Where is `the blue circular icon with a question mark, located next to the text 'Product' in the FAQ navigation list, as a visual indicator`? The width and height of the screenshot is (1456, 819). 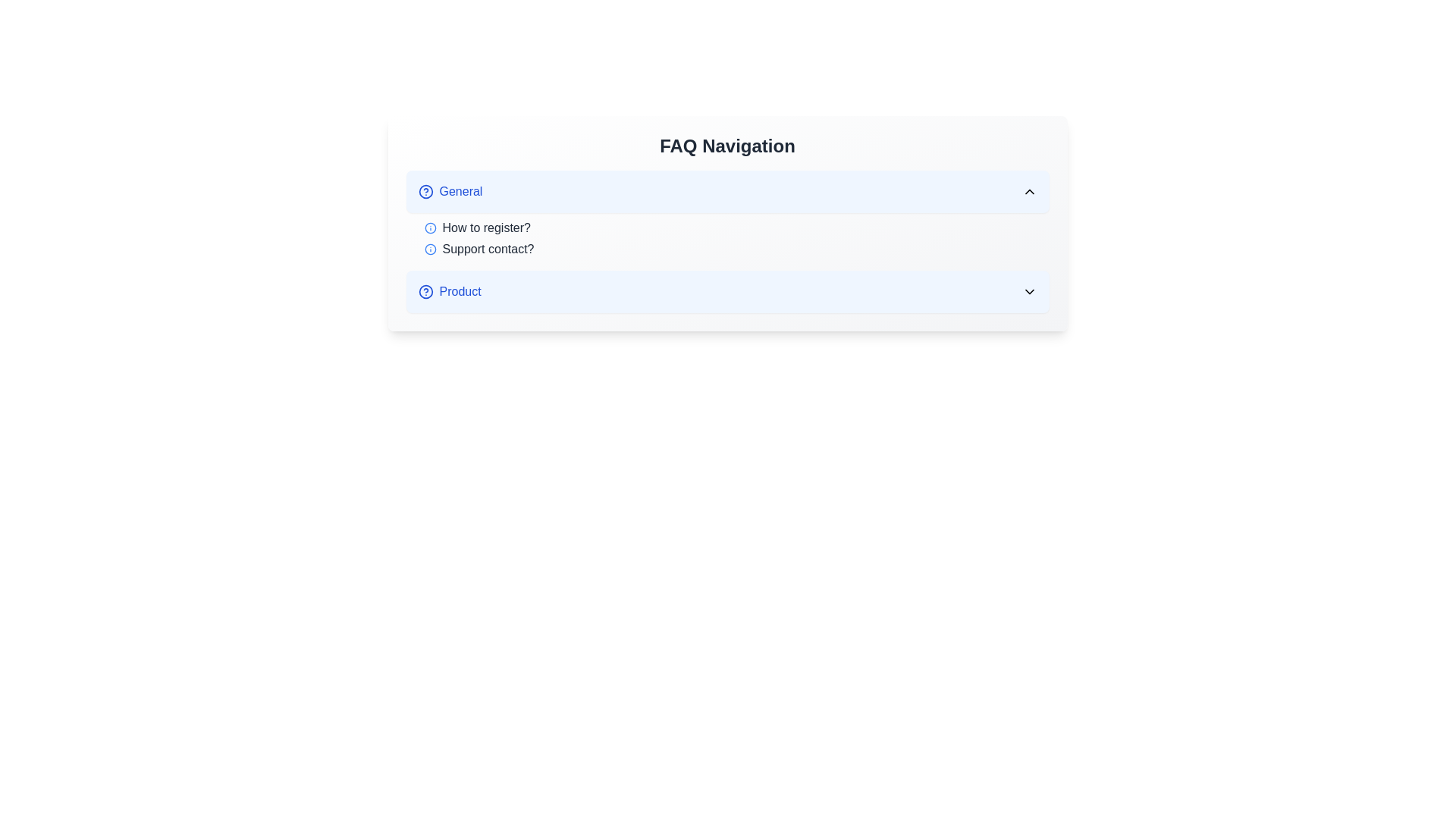
the blue circular icon with a question mark, located next to the text 'Product' in the FAQ navigation list, as a visual indicator is located at coordinates (425, 292).